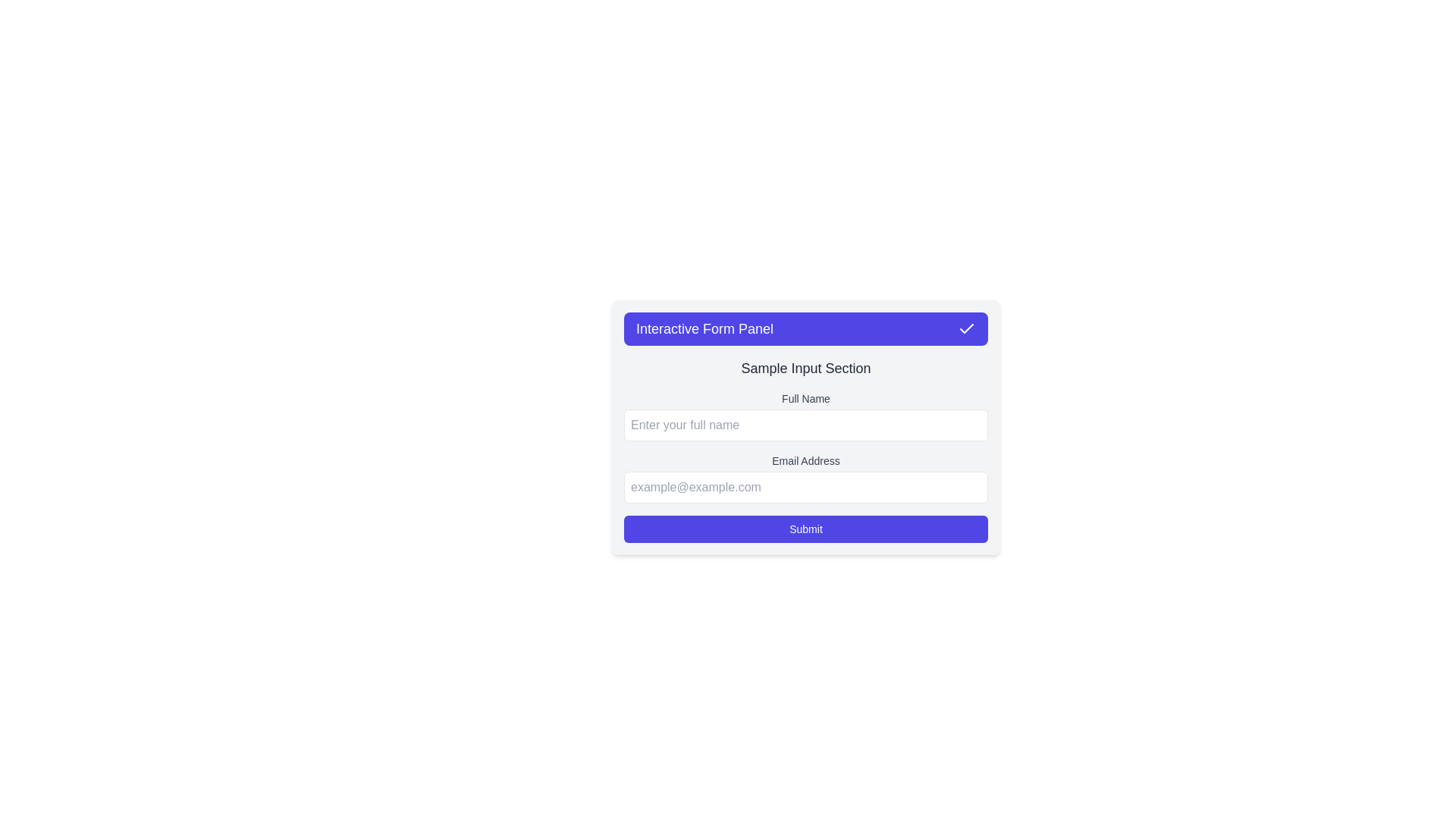  Describe the element at coordinates (805, 397) in the screenshot. I see `the 'Full Name' label, which is styled with a gray font and positioned above the input field in the 'Sample Input Section'` at that location.